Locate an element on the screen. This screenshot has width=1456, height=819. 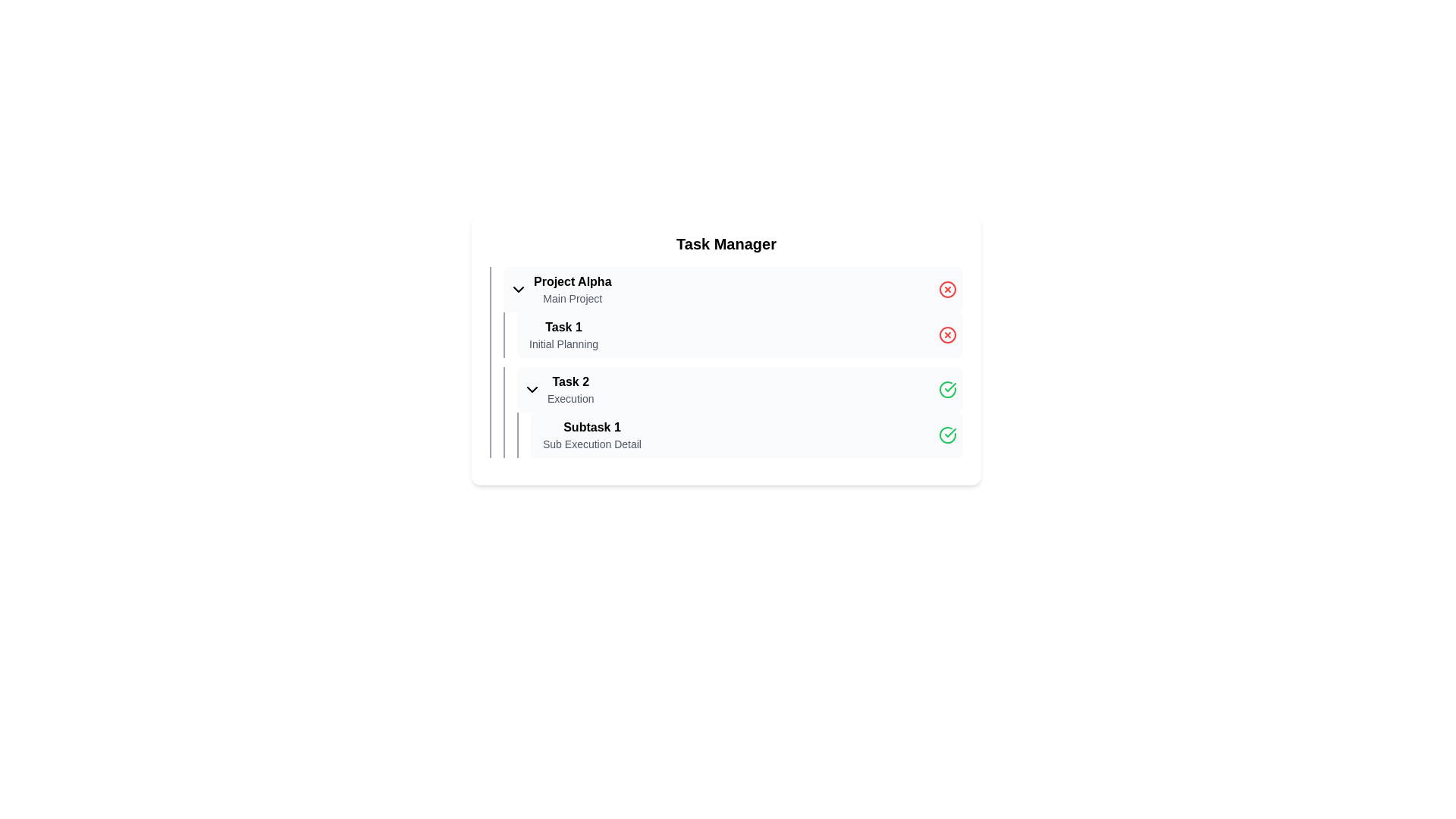
the downward-facing chevron icon is located at coordinates (519, 289).